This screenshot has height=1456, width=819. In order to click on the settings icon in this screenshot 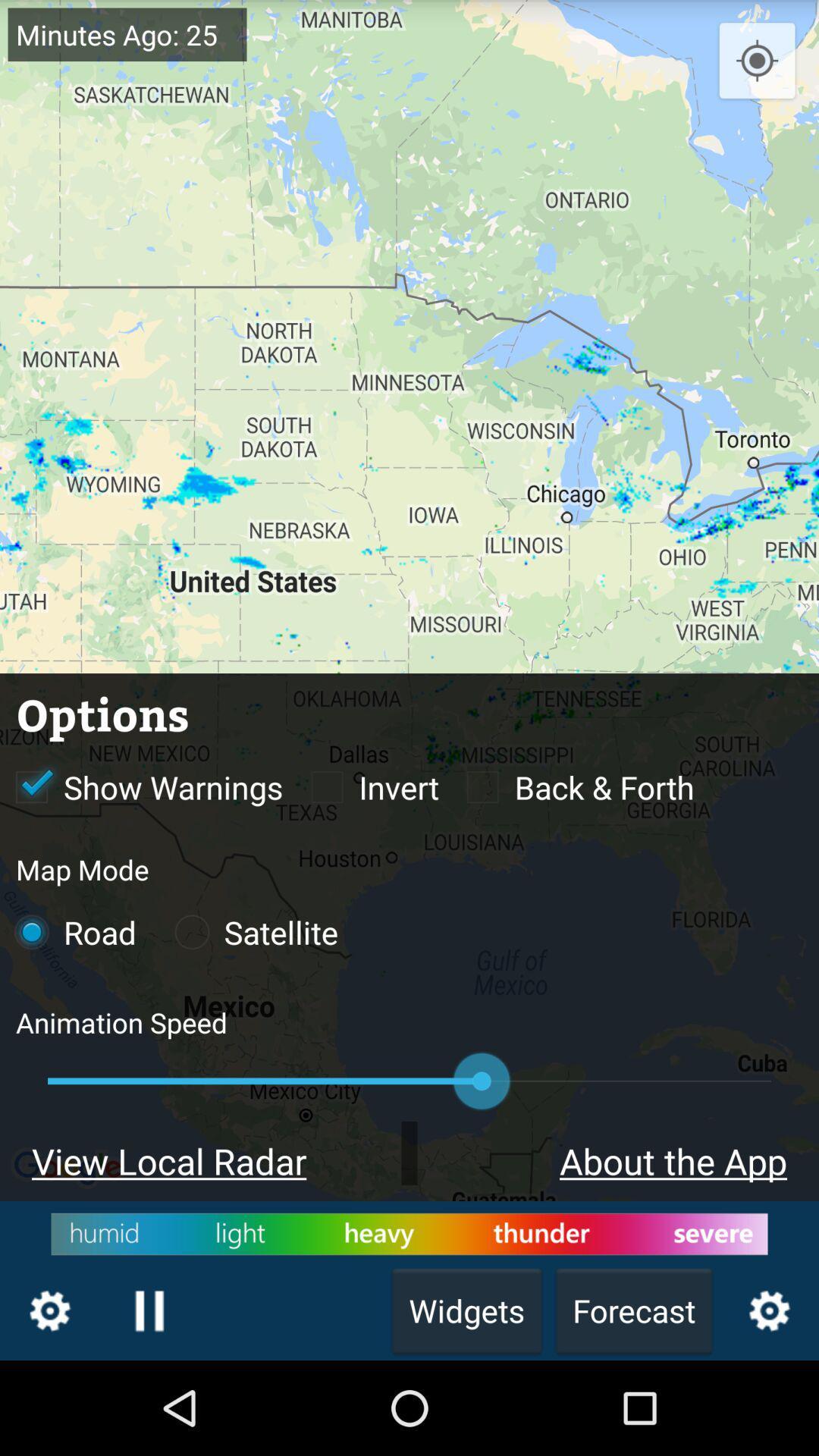, I will do `click(49, 1401)`.